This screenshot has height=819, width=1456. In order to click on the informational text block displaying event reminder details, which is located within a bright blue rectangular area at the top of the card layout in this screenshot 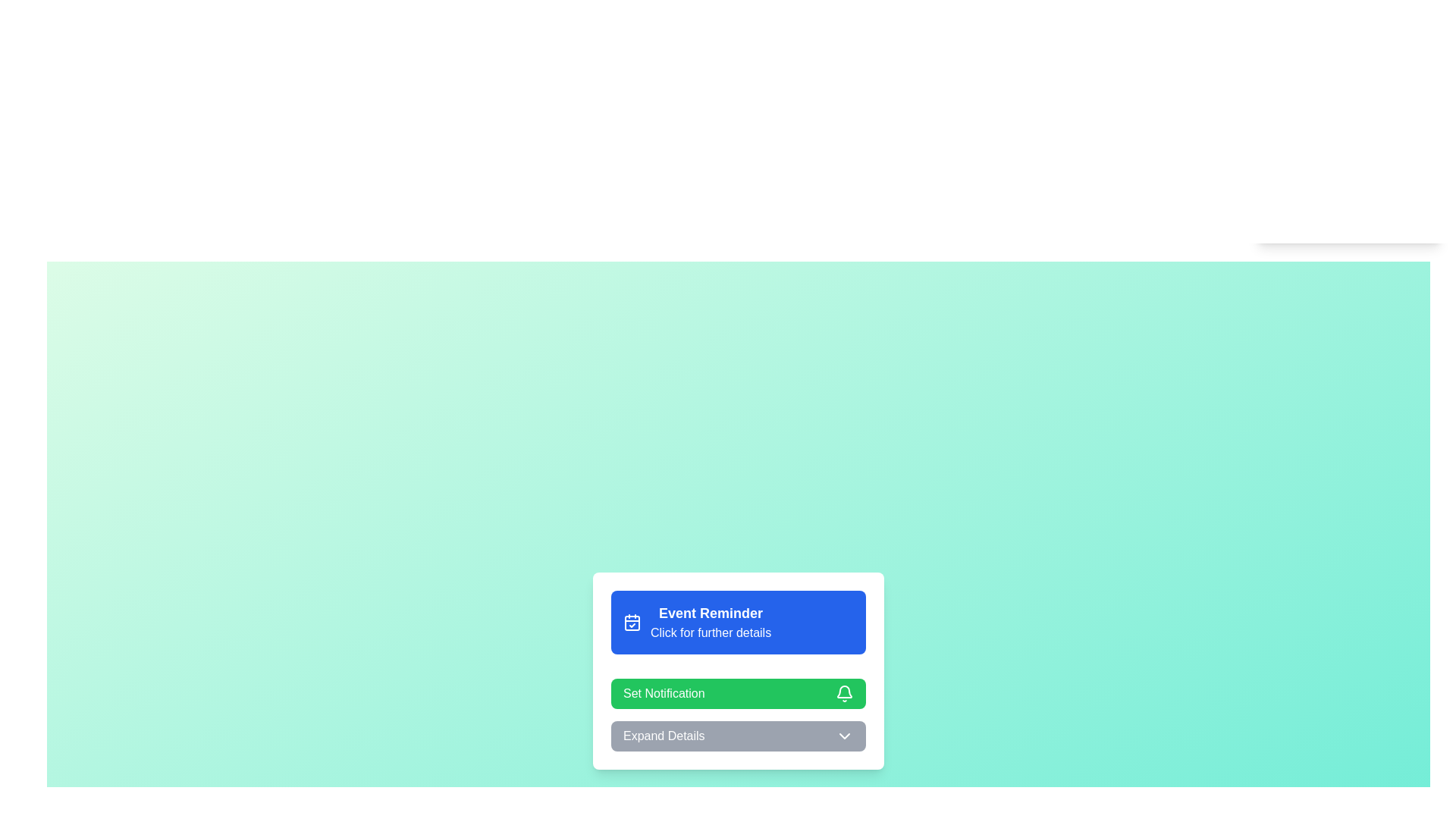, I will do `click(710, 623)`.